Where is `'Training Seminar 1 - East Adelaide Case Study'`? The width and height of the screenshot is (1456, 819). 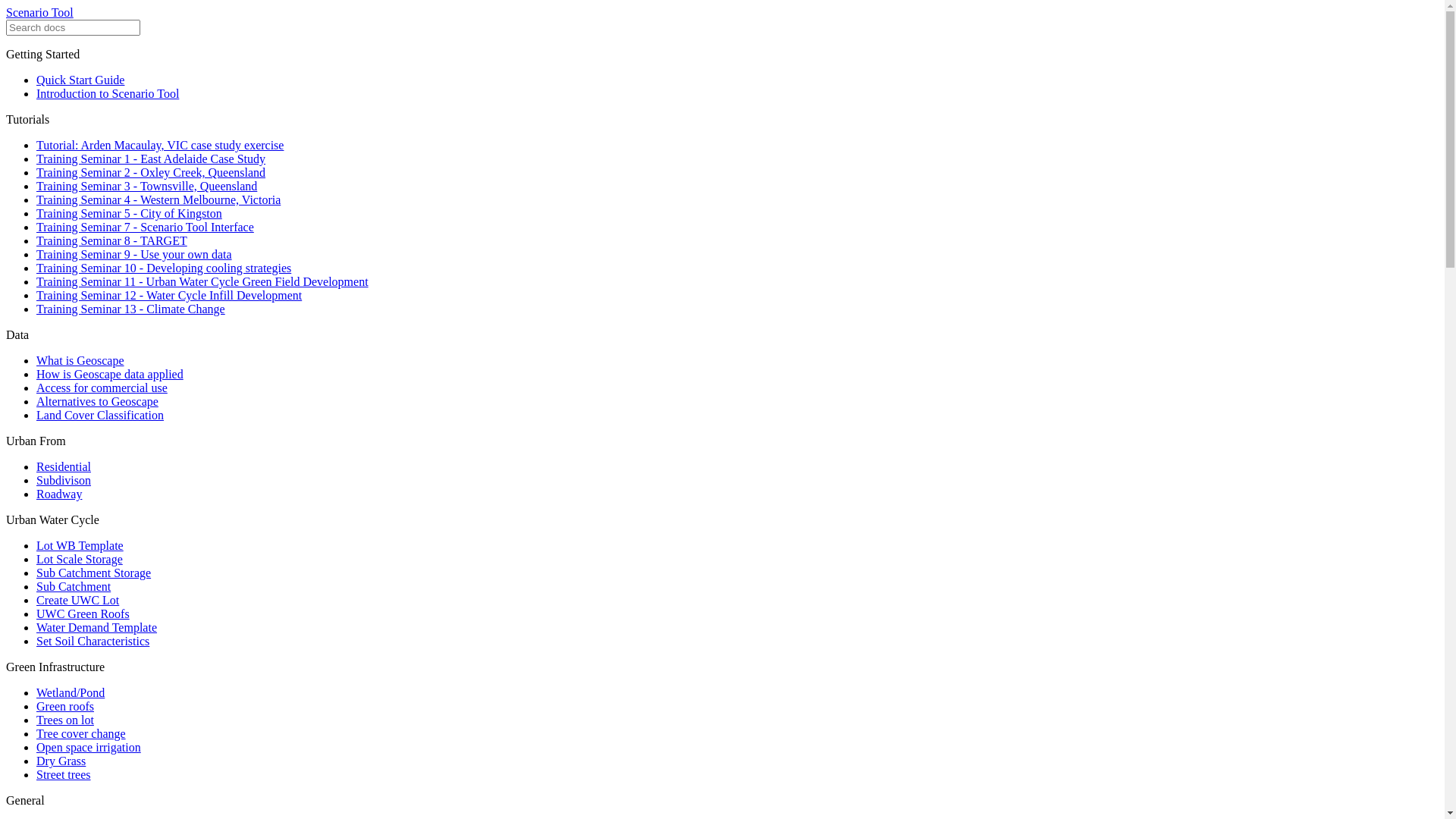 'Training Seminar 1 - East Adelaide Case Study' is located at coordinates (150, 158).